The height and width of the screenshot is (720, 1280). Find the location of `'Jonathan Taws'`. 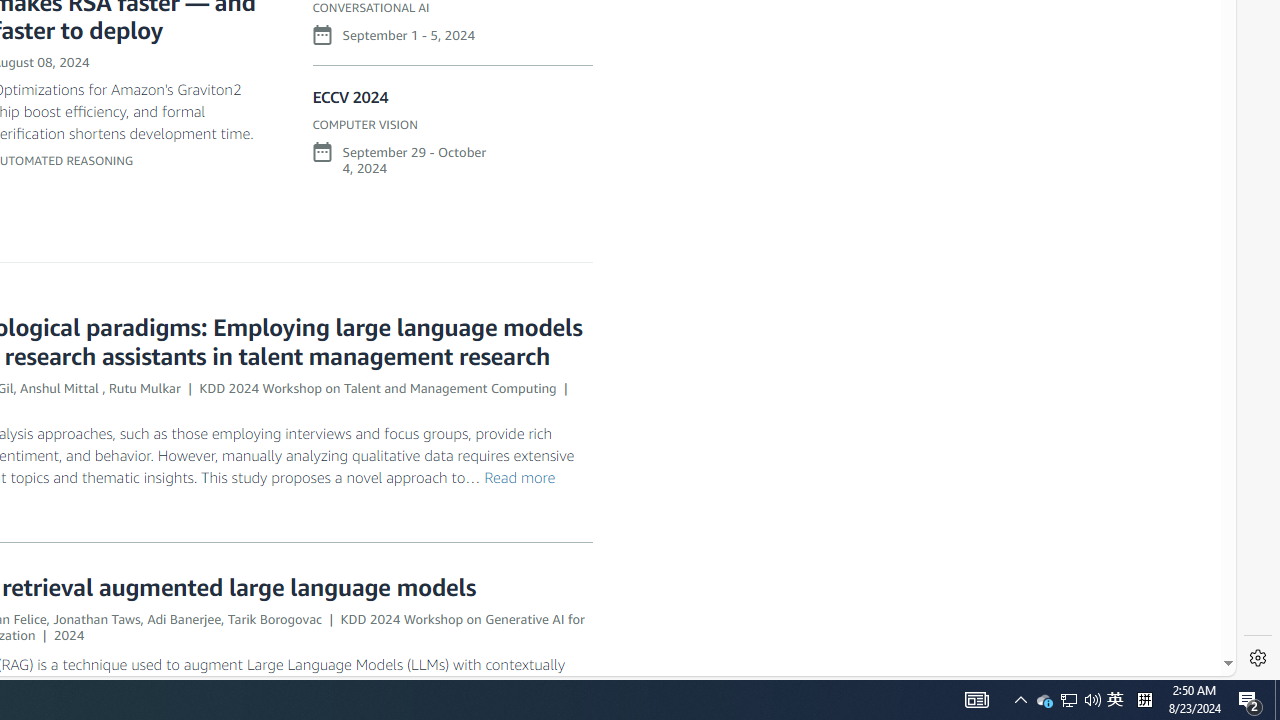

'Jonathan Taws' is located at coordinates (95, 617).